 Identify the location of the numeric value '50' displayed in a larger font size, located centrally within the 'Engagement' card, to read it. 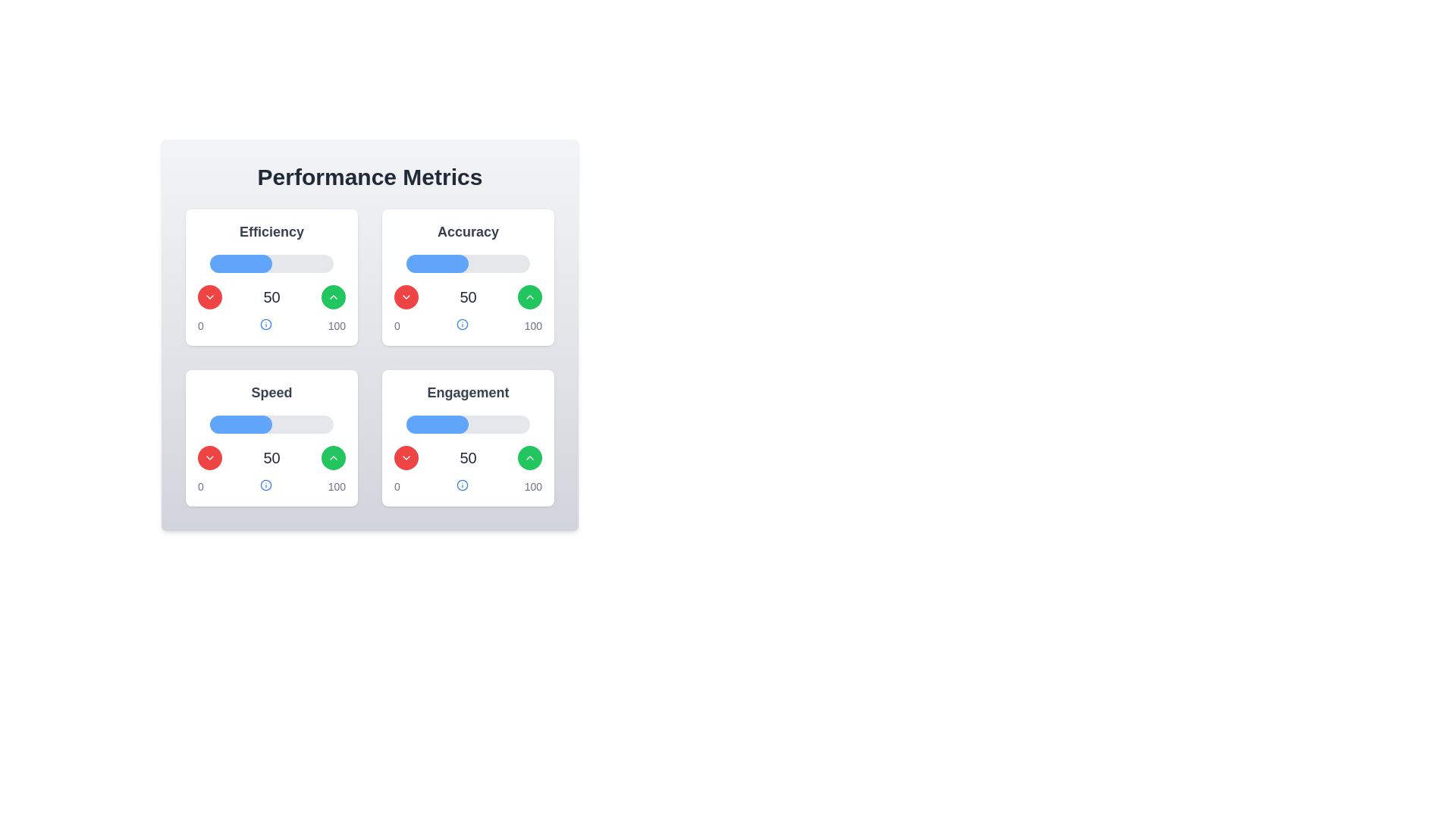
(467, 457).